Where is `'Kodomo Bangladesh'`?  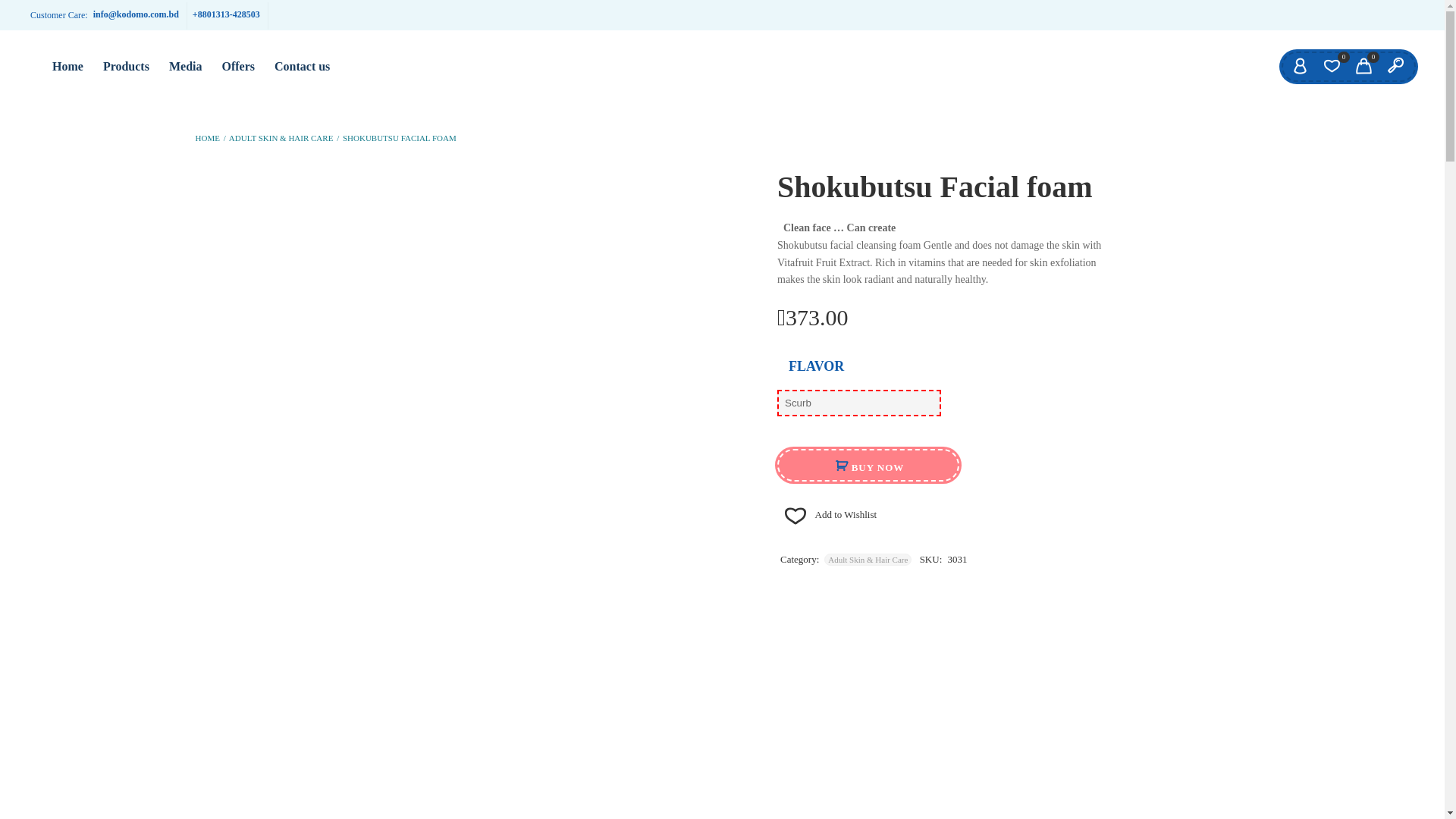
'Kodomo Bangladesh' is located at coordinates (30, 55).